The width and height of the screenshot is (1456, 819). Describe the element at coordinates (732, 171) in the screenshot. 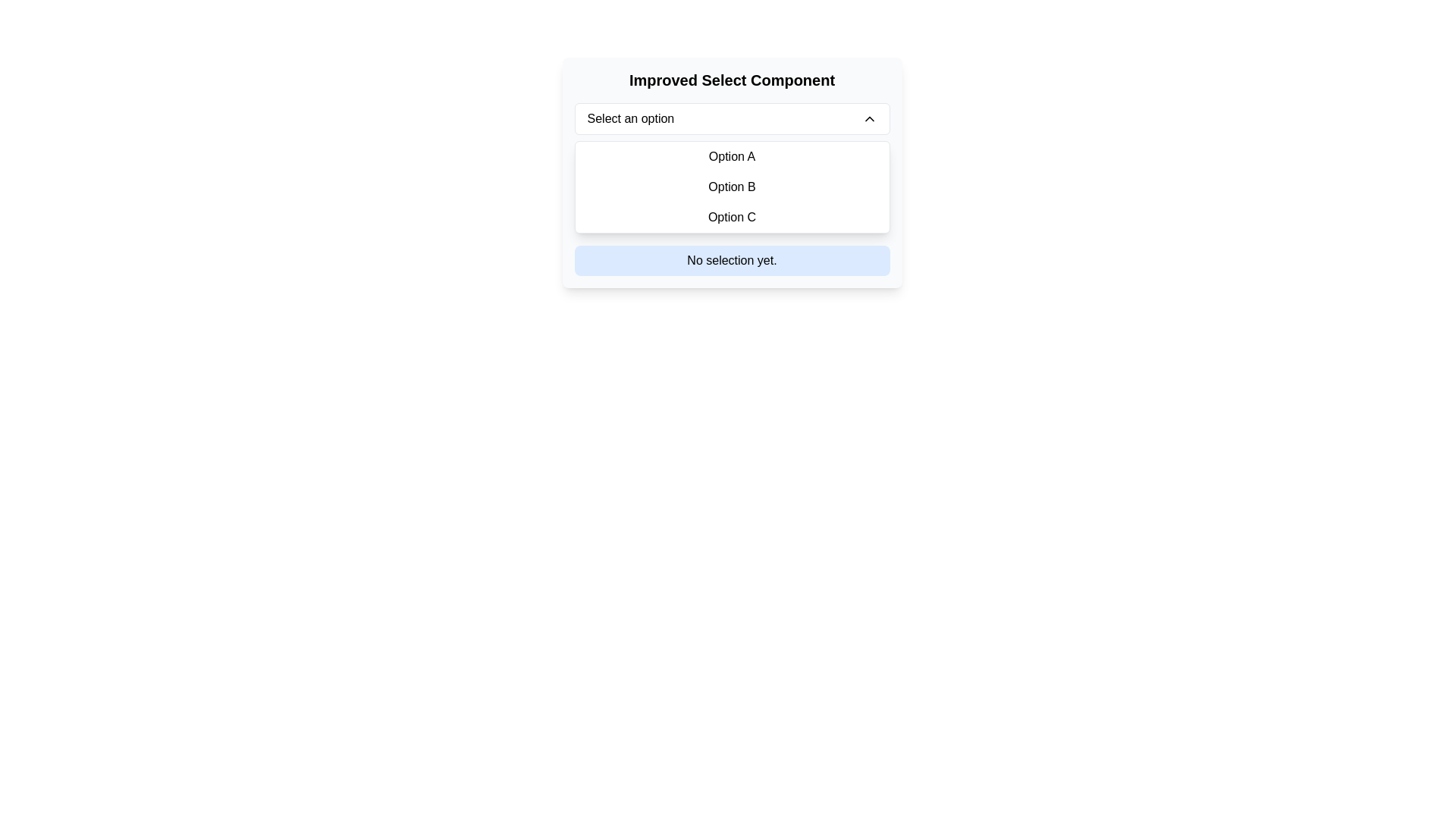

I see `the dropdown option labeled 'Option B'` at that location.